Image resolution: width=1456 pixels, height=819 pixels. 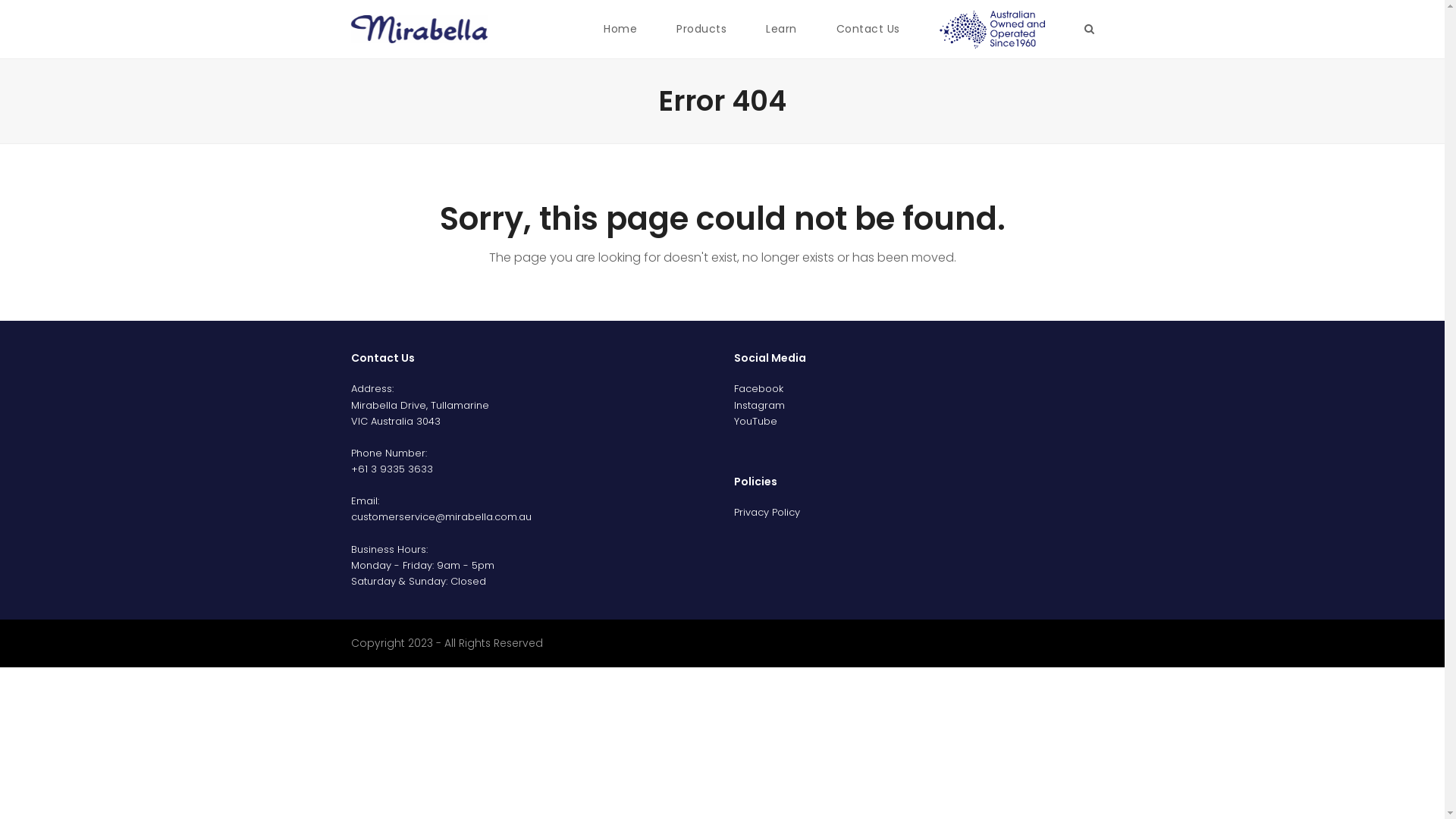 What do you see at coordinates (701, 29) in the screenshot?
I see `'Products'` at bounding box center [701, 29].